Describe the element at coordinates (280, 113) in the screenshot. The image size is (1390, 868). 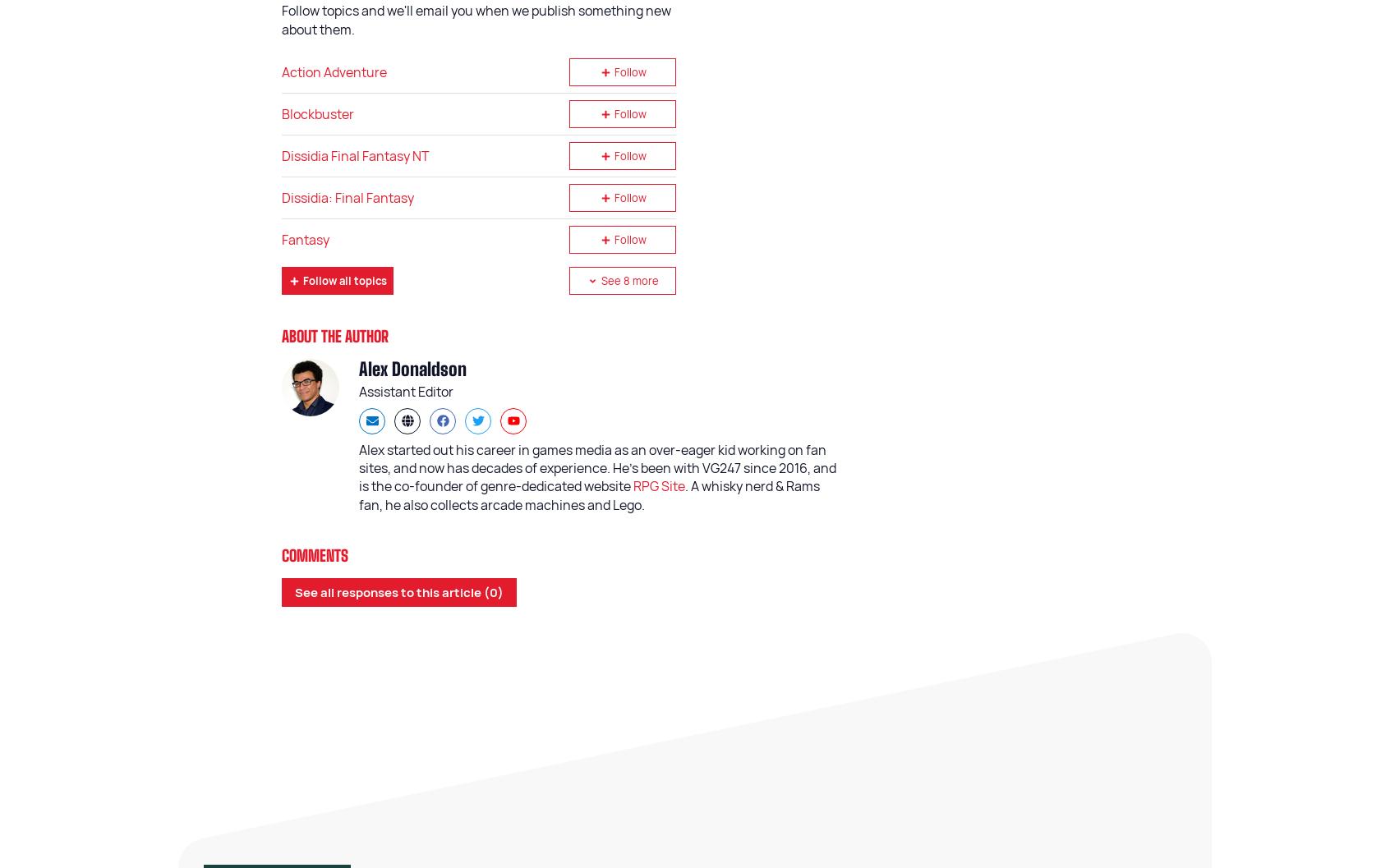
I see `'Blockbuster'` at that location.